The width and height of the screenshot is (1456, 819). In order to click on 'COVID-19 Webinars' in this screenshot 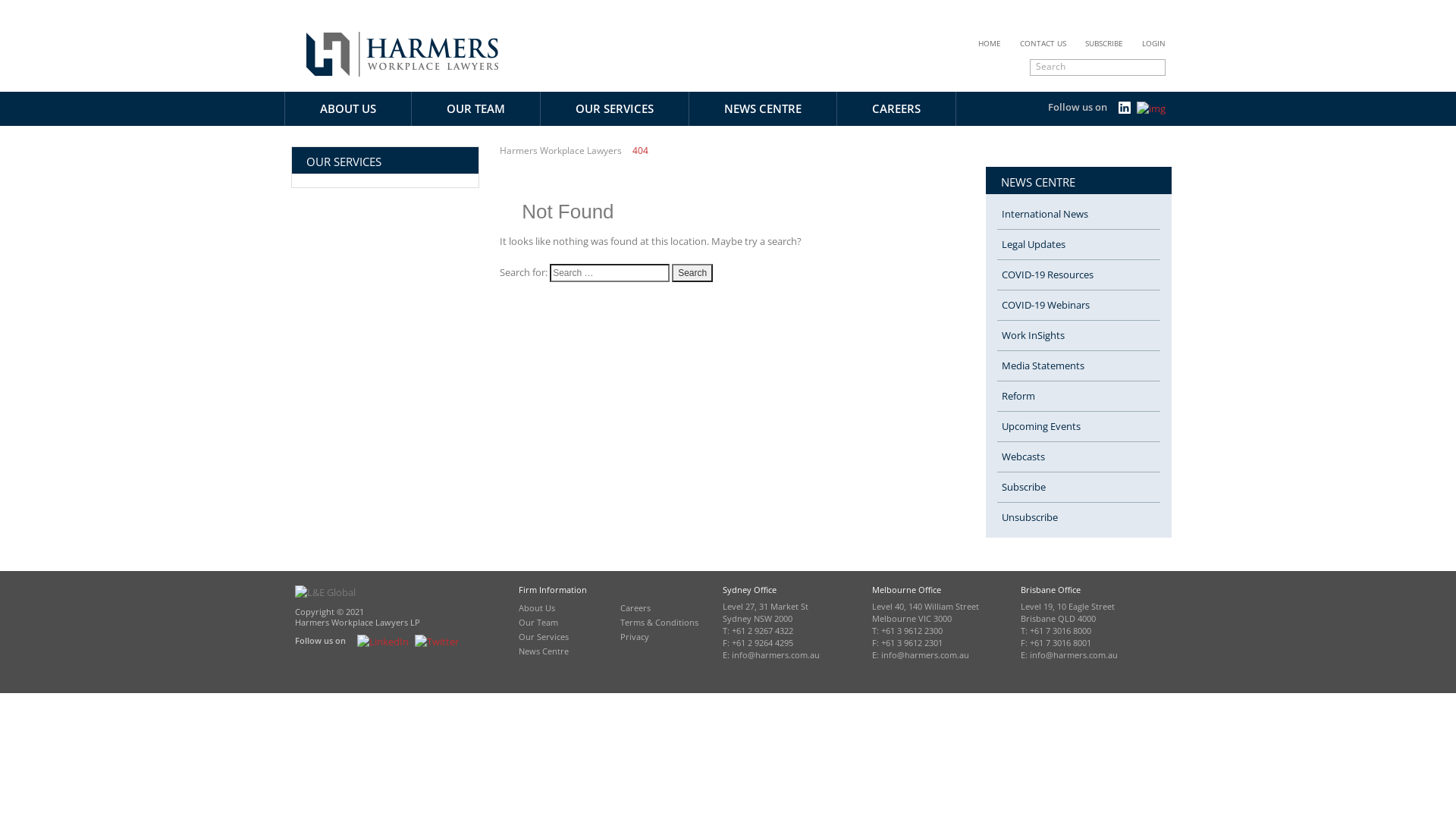, I will do `click(997, 305)`.